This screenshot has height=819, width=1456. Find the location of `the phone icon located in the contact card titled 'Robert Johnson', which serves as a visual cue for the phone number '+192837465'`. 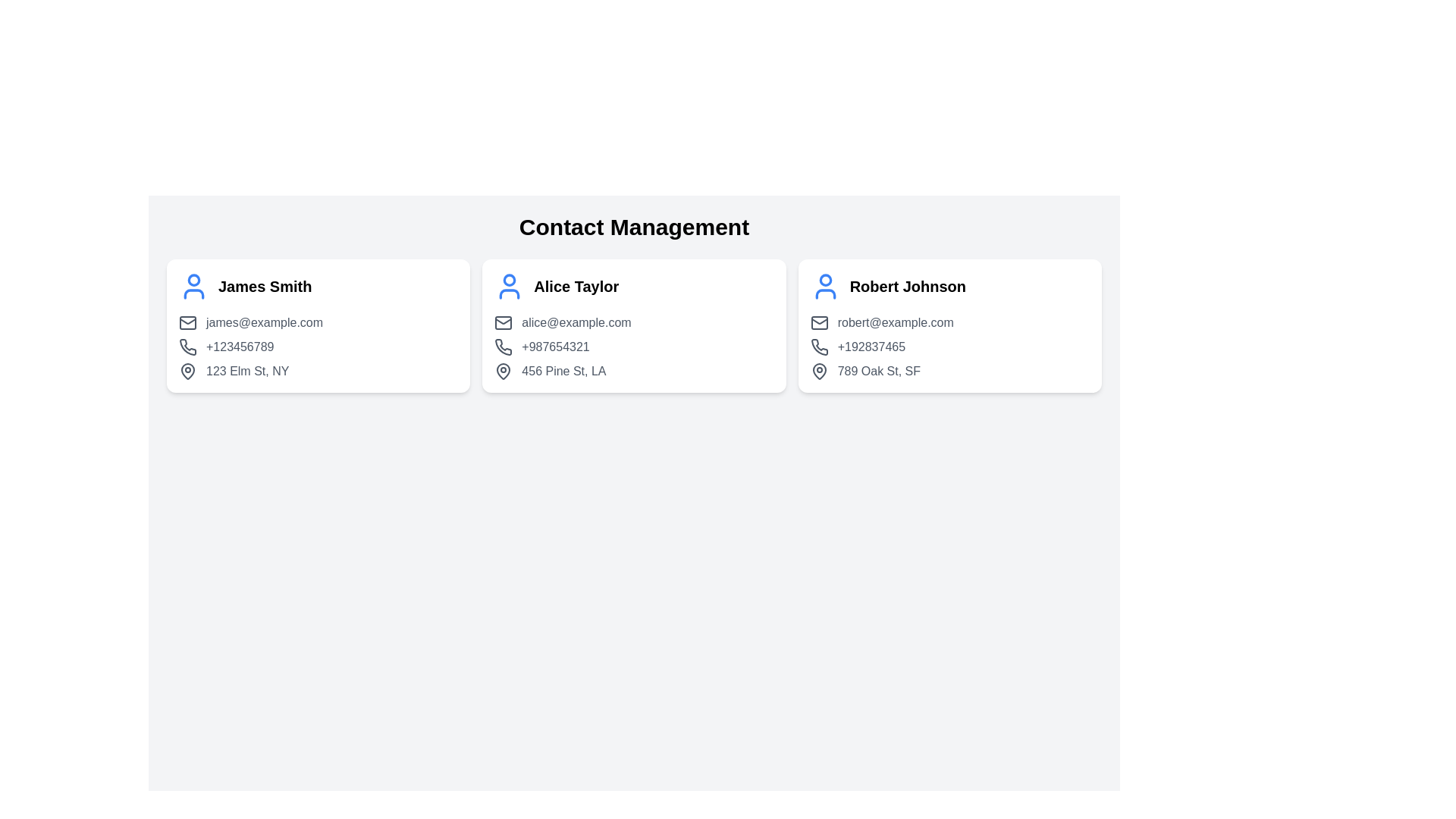

the phone icon located in the contact card titled 'Robert Johnson', which serves as a visual cue for the phone number '+192837465' is located at coordinates (818, 347).